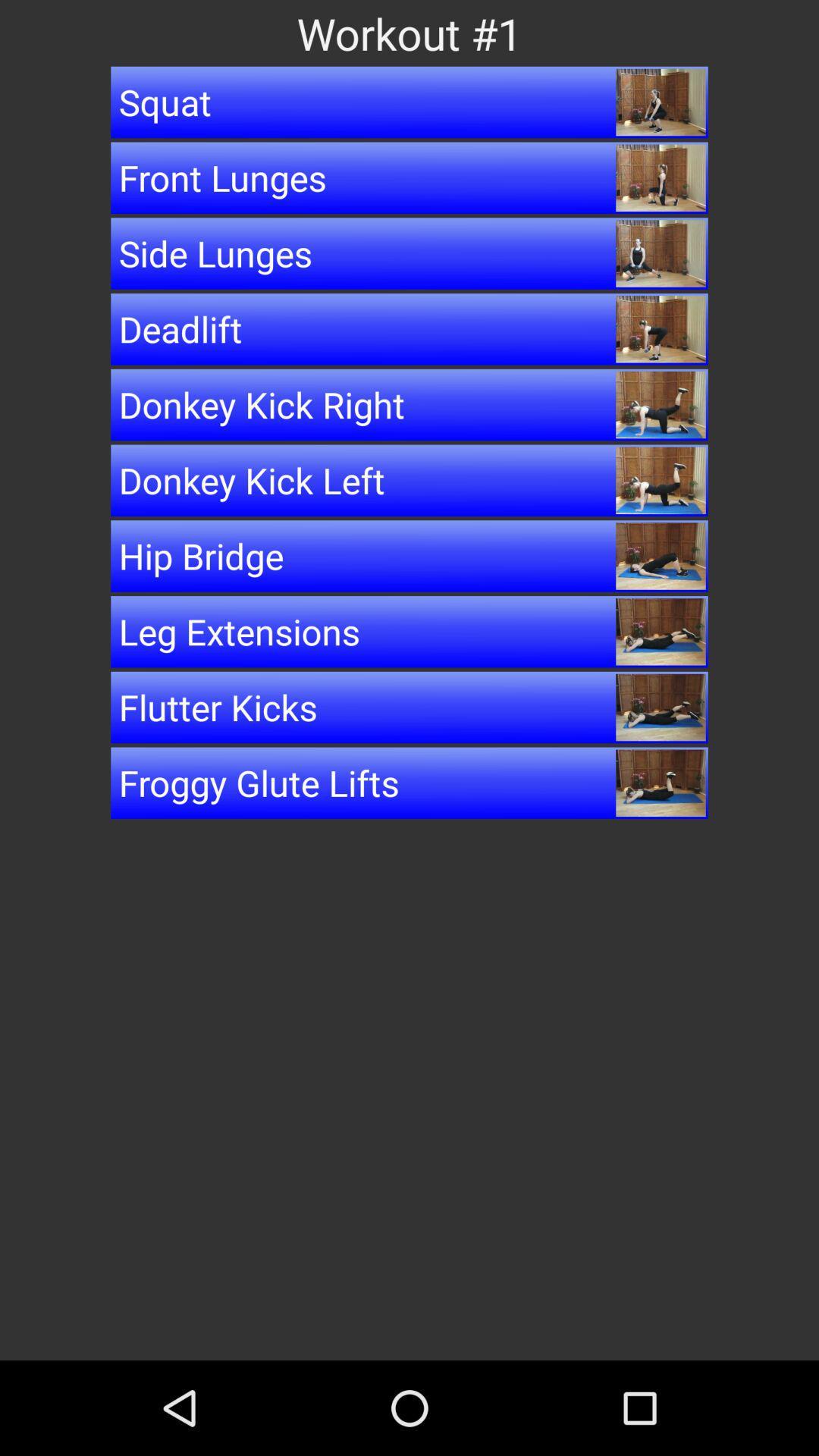  Describe the element at coordinates (409, 706) in the screenshot. I see `flutter kicks icon` at that location.